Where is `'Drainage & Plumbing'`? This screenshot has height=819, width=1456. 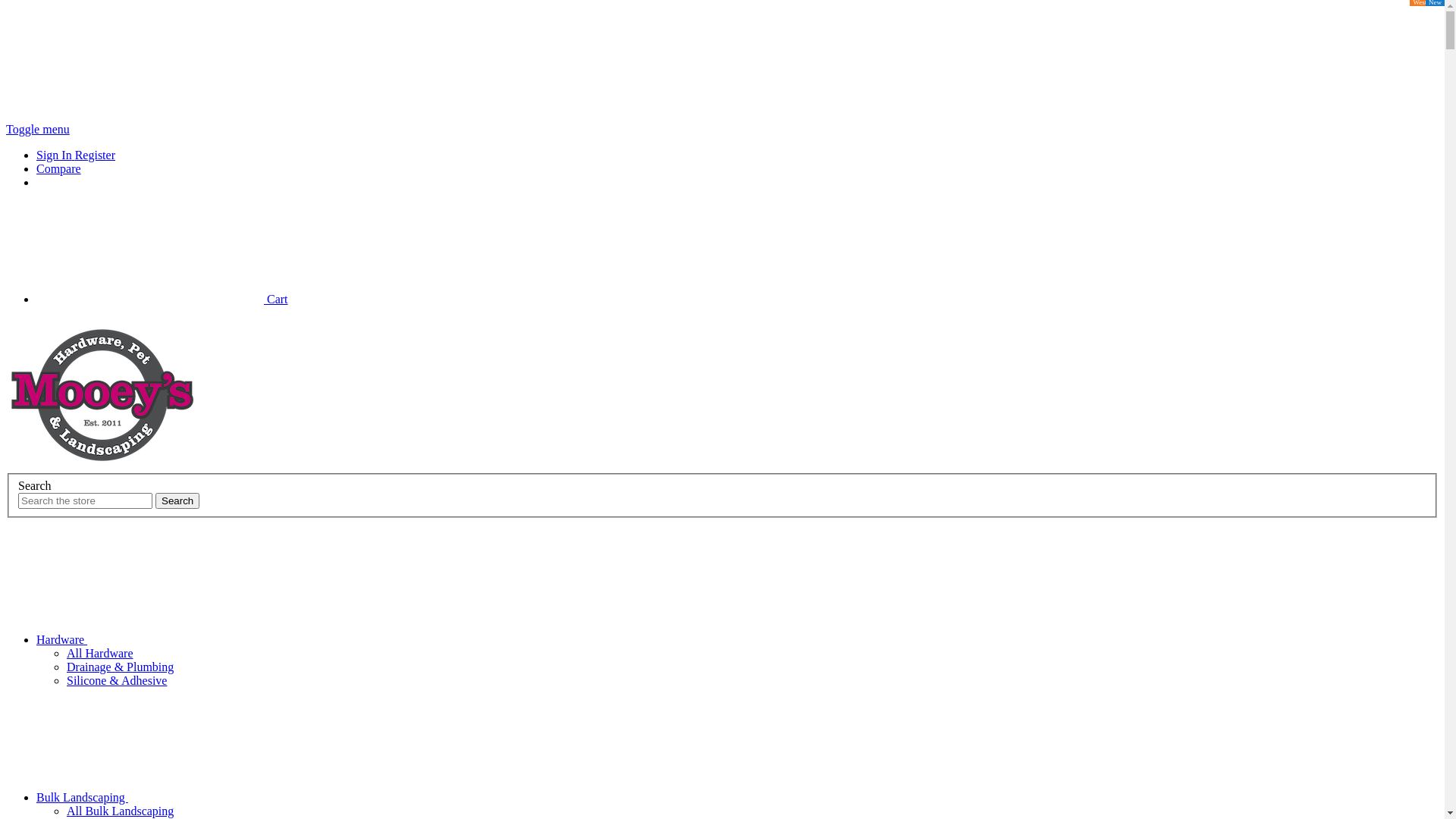 'Drainage & Plumbing' is located at coordinates (119, 666).